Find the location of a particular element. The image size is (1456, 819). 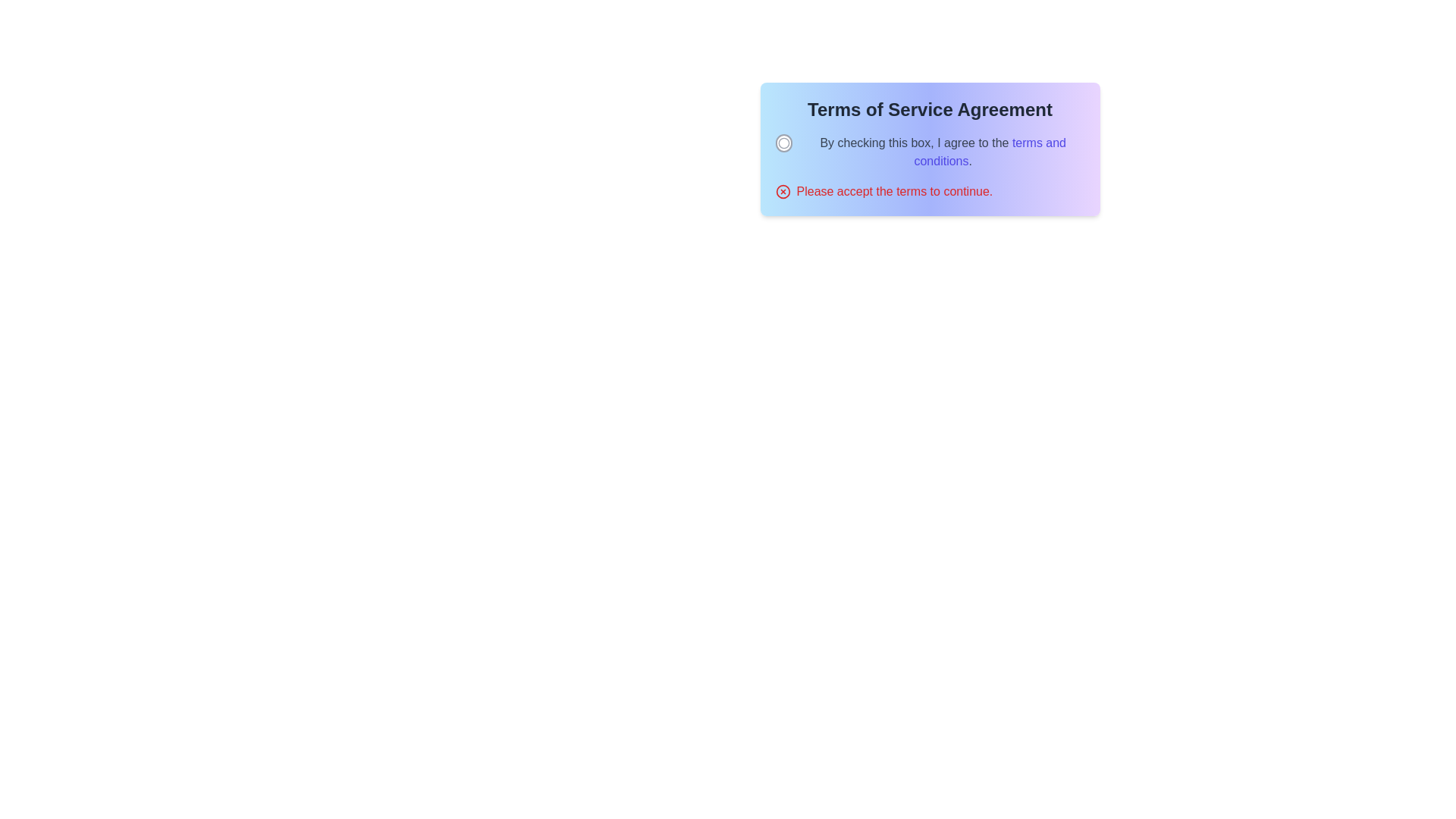

the hyperlink styled with medium font weight and indigo color that signifies interactivity, located within the sentence 'By checking this box, I agree to the terms and conditions.' is located at coordinates (990, 152).